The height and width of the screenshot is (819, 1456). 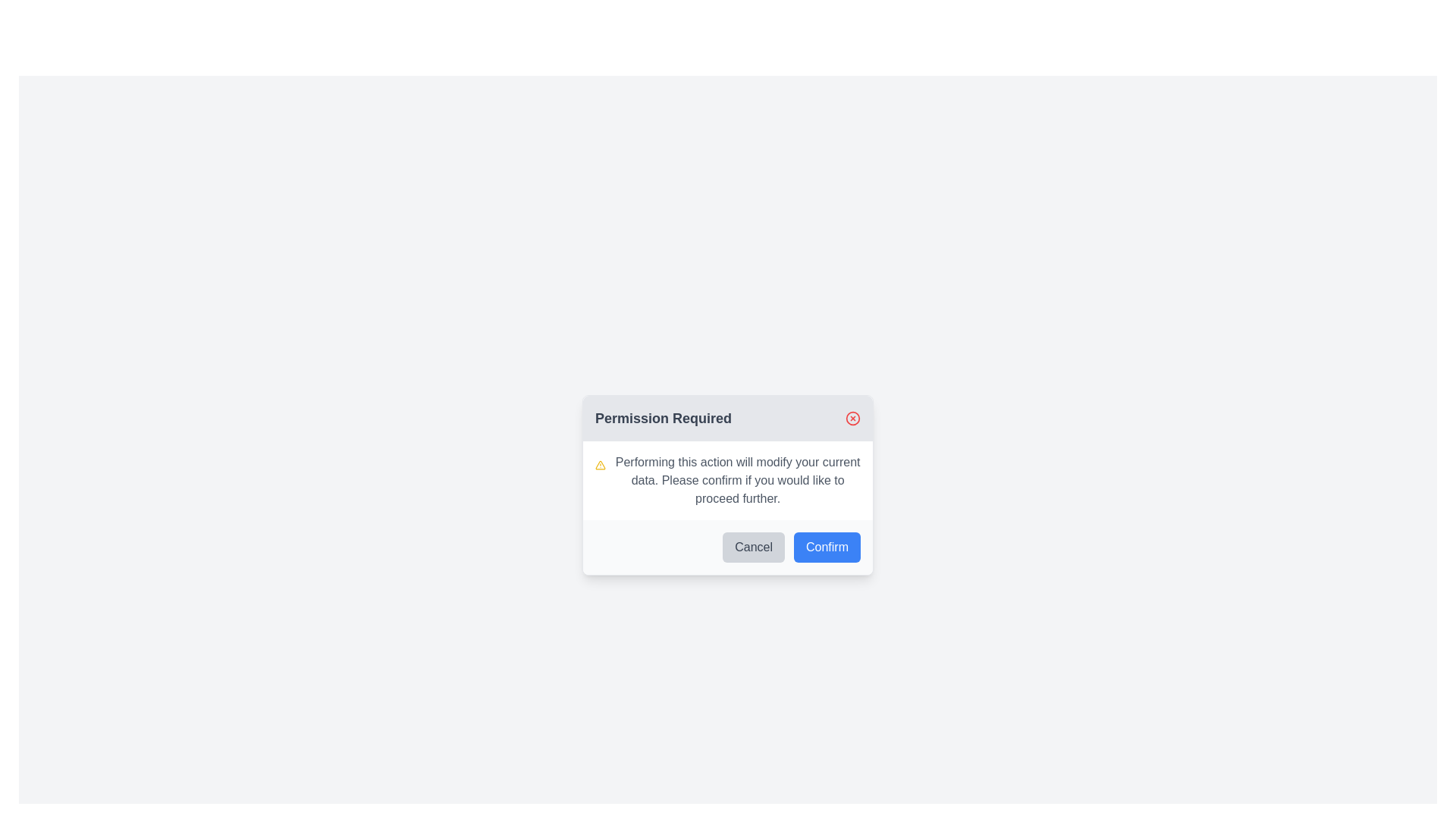 What do you see at coordinates (738, 480) in the screenshot?
I see `text block containing the message 'Performing this action will modify your current data. Please confirm if you would like to proceed further.' located in the 'Permission Required' dialog box, beneath the warning icon and above the buttons` at bounding box center [738, 480].